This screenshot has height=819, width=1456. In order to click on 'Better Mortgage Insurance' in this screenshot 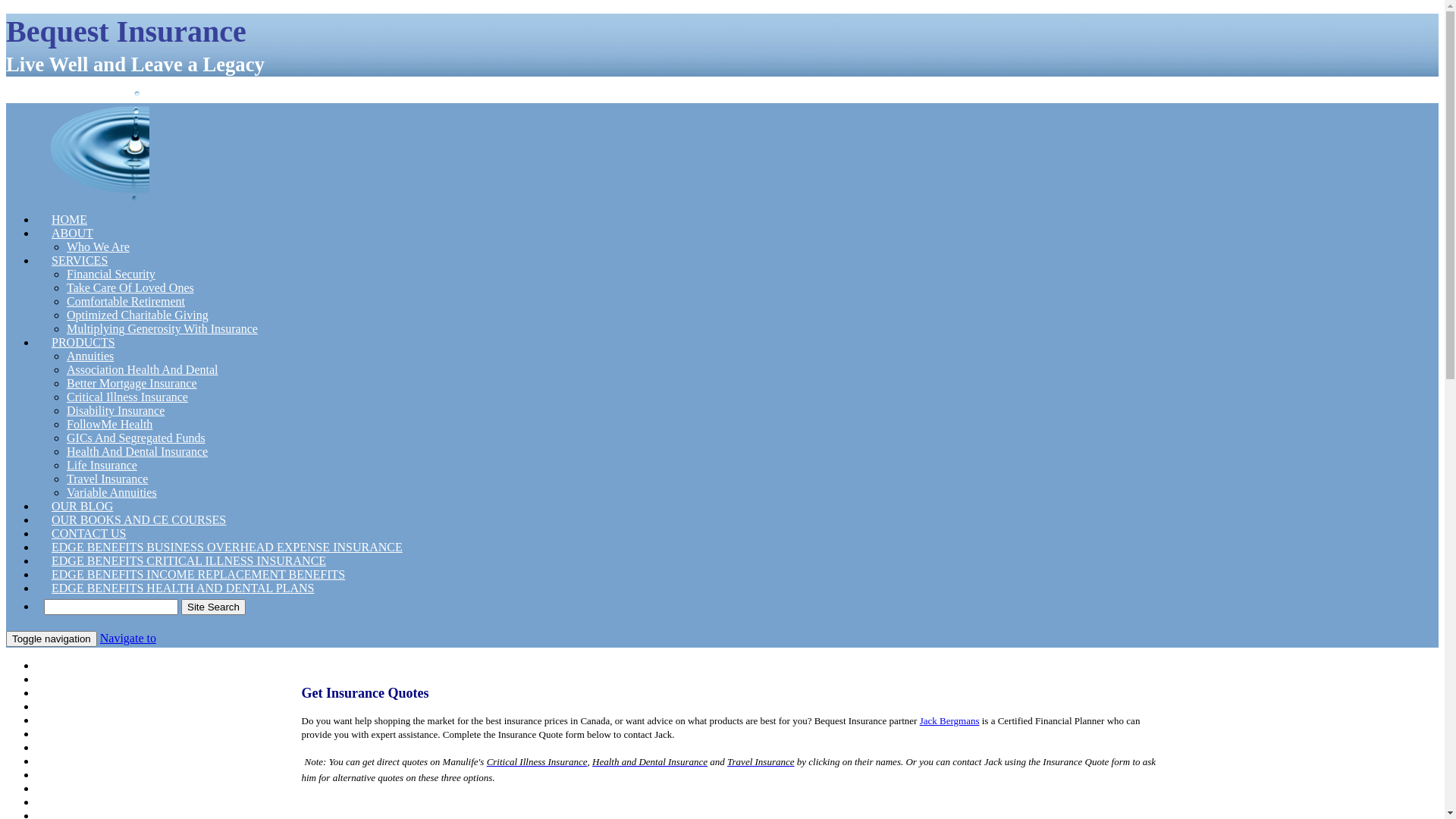, I will do `click(65, 382)`.